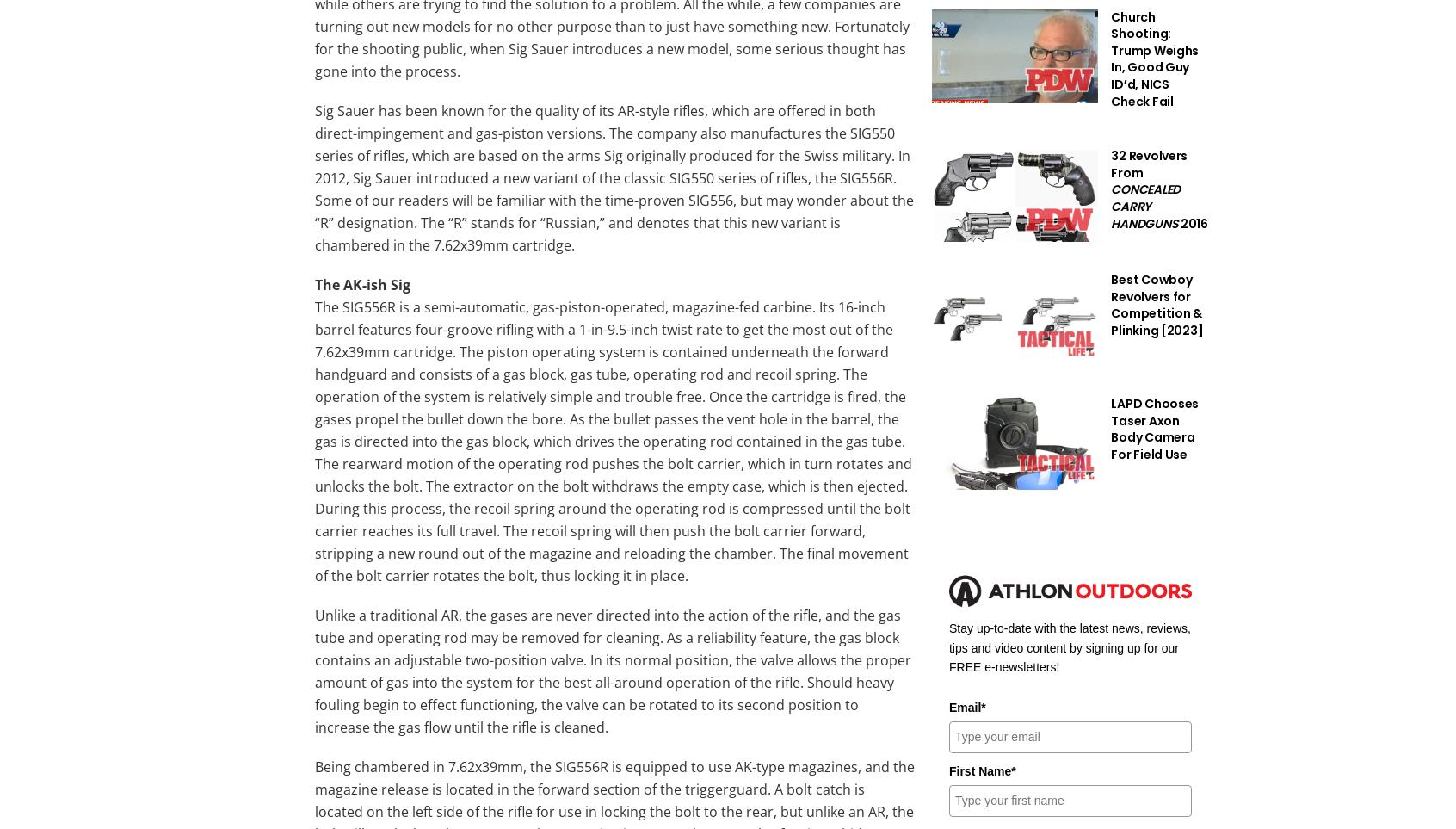 The width and height of the screenshot is (1456, 829). Describe the element at coordinates (1109, 428) in the screenshot. I see `'LAPD Chooses Taser Axon Body Camera For Field Use'` at that location.